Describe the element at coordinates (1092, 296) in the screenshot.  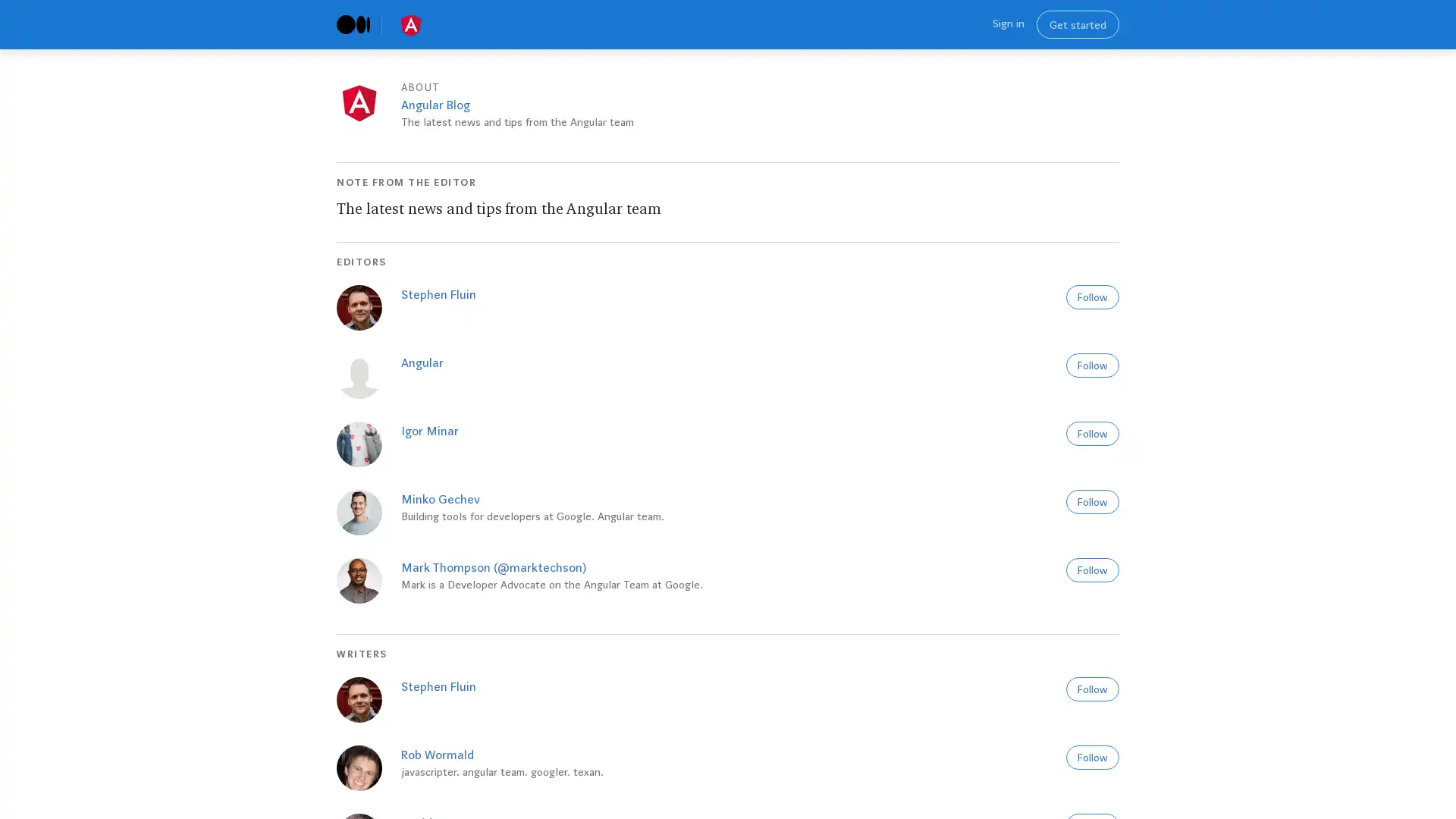
I see `Follow to get new stories and recommendations from this author` at that location.